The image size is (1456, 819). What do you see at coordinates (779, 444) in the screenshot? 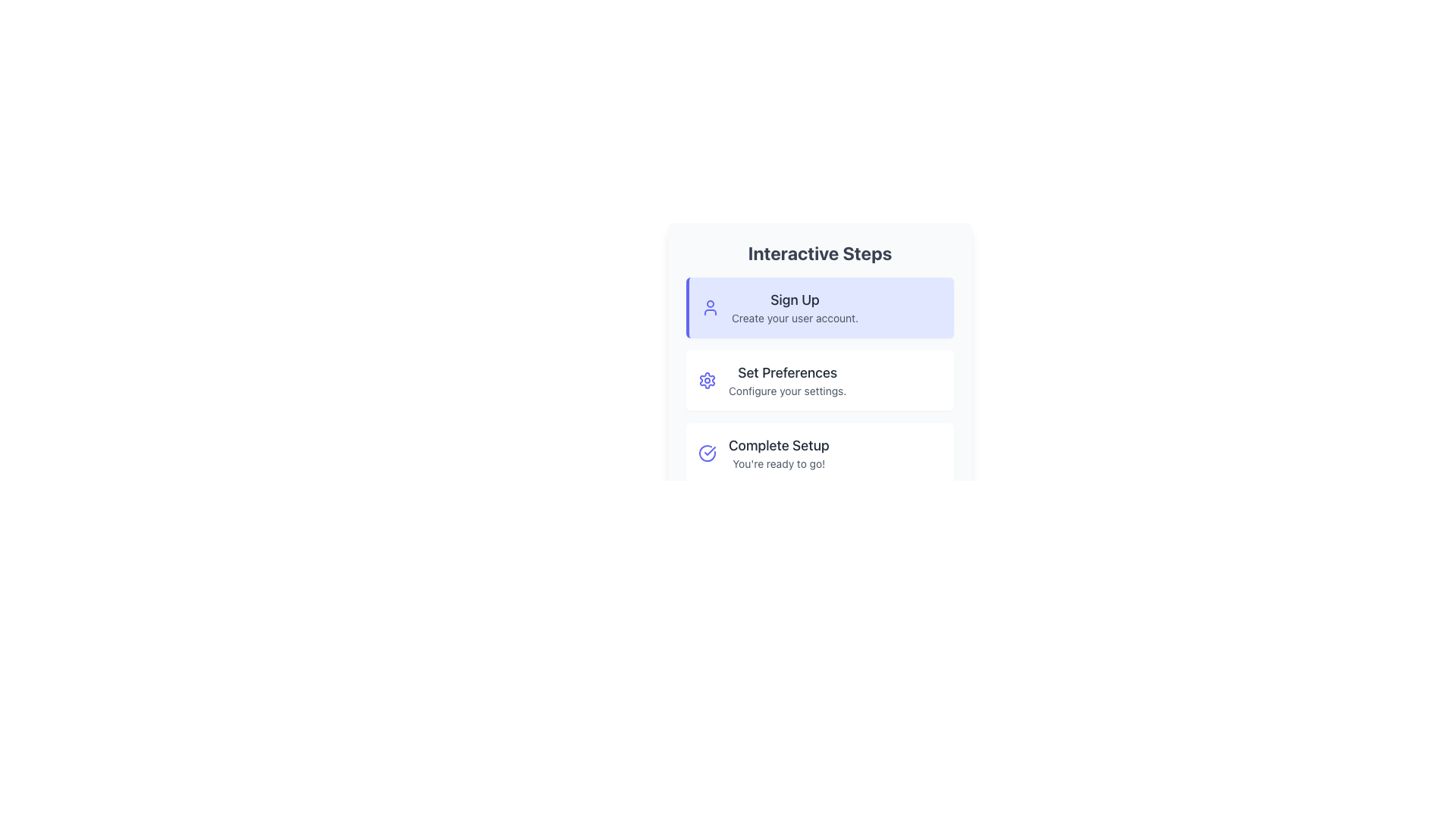
I see `the 'Complete Setup' text label displayed in bold, dark gray font, located above the text 'You're ready to go!' within the 'Interactive Steps' card` at bounding box center [779, 444].